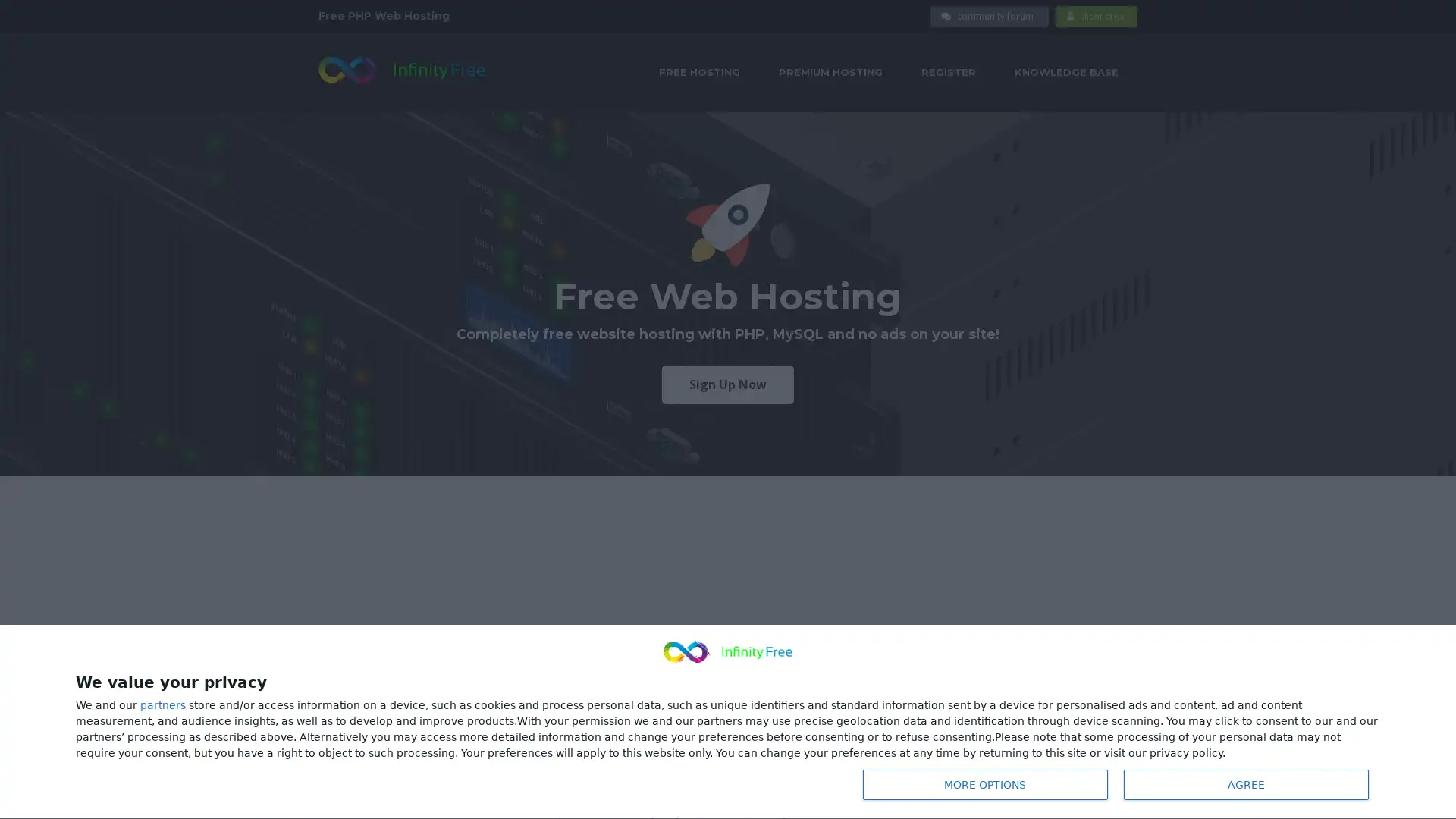 The height and width of the screenshot is (819, 1456). What do you see at coordinates (983, 784) in the screenshot?
I see `MORE OPTIONS` at bounding box center [983, 784].